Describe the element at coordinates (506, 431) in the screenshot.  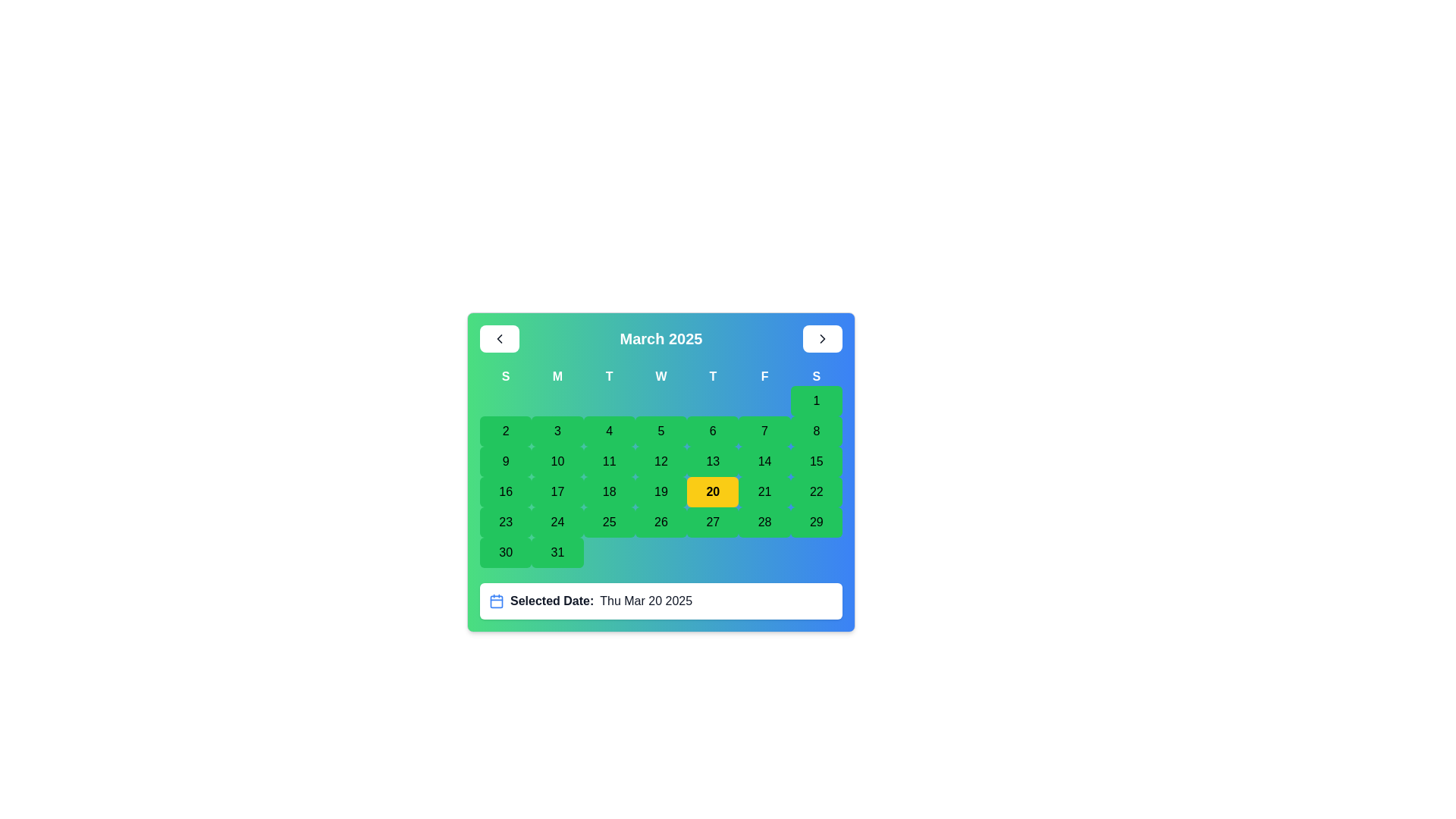
I see `the green square button with the number '2' in bold black font` at that location.